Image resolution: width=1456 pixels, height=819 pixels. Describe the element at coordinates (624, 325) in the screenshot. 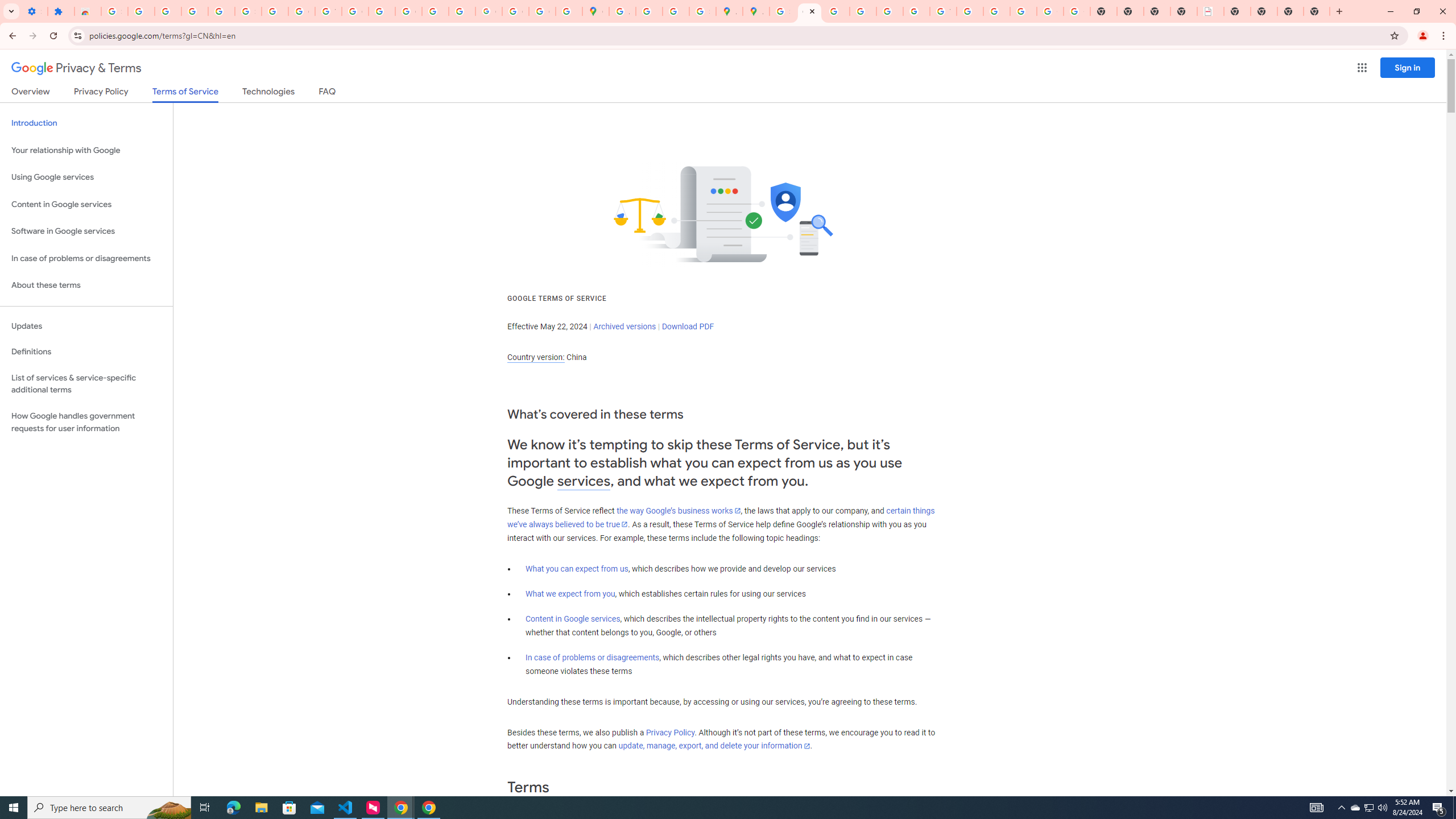

I see `'Archived versions'` at that location.